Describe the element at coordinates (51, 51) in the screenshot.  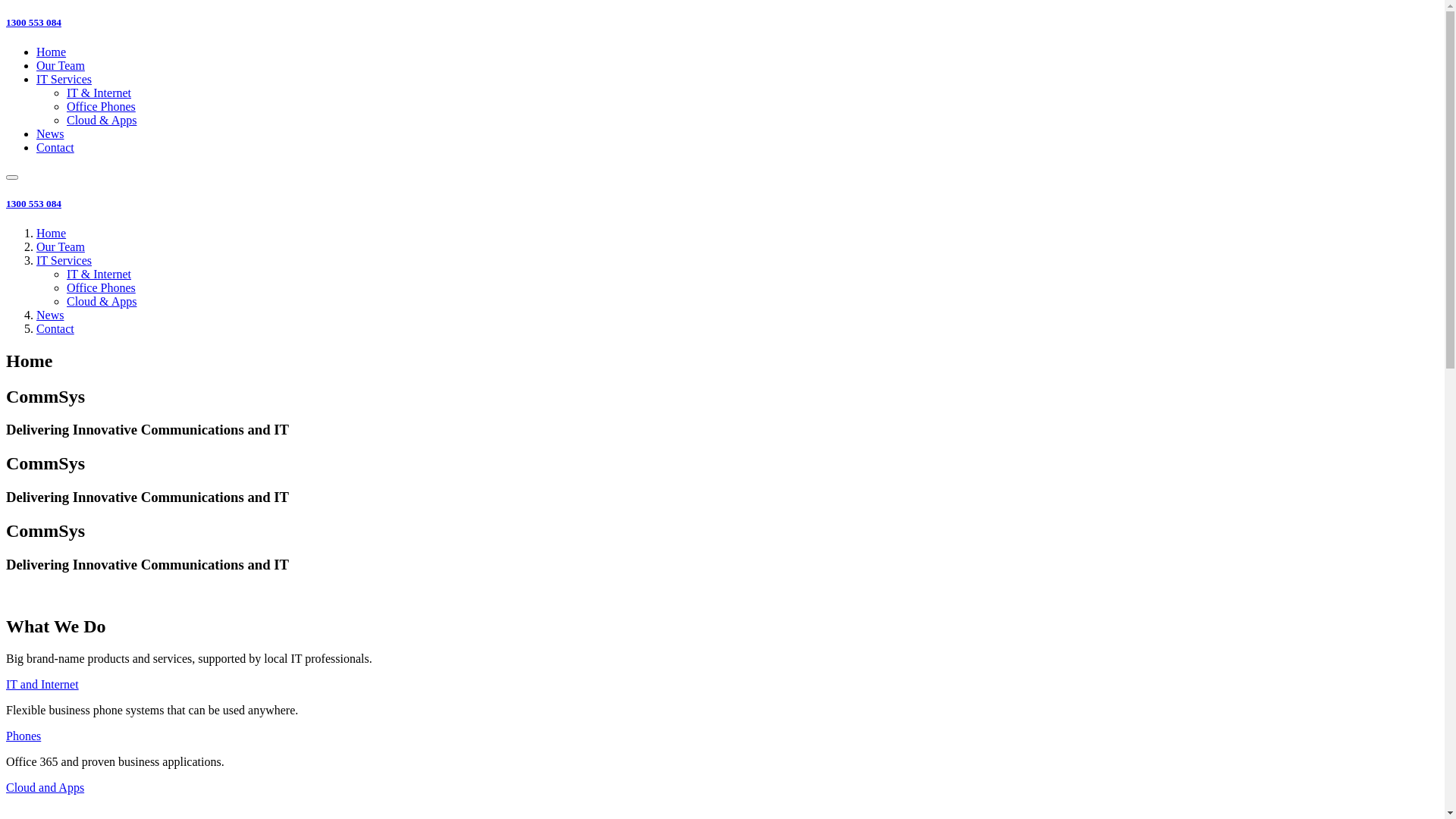
I see `'Home'` at that location.